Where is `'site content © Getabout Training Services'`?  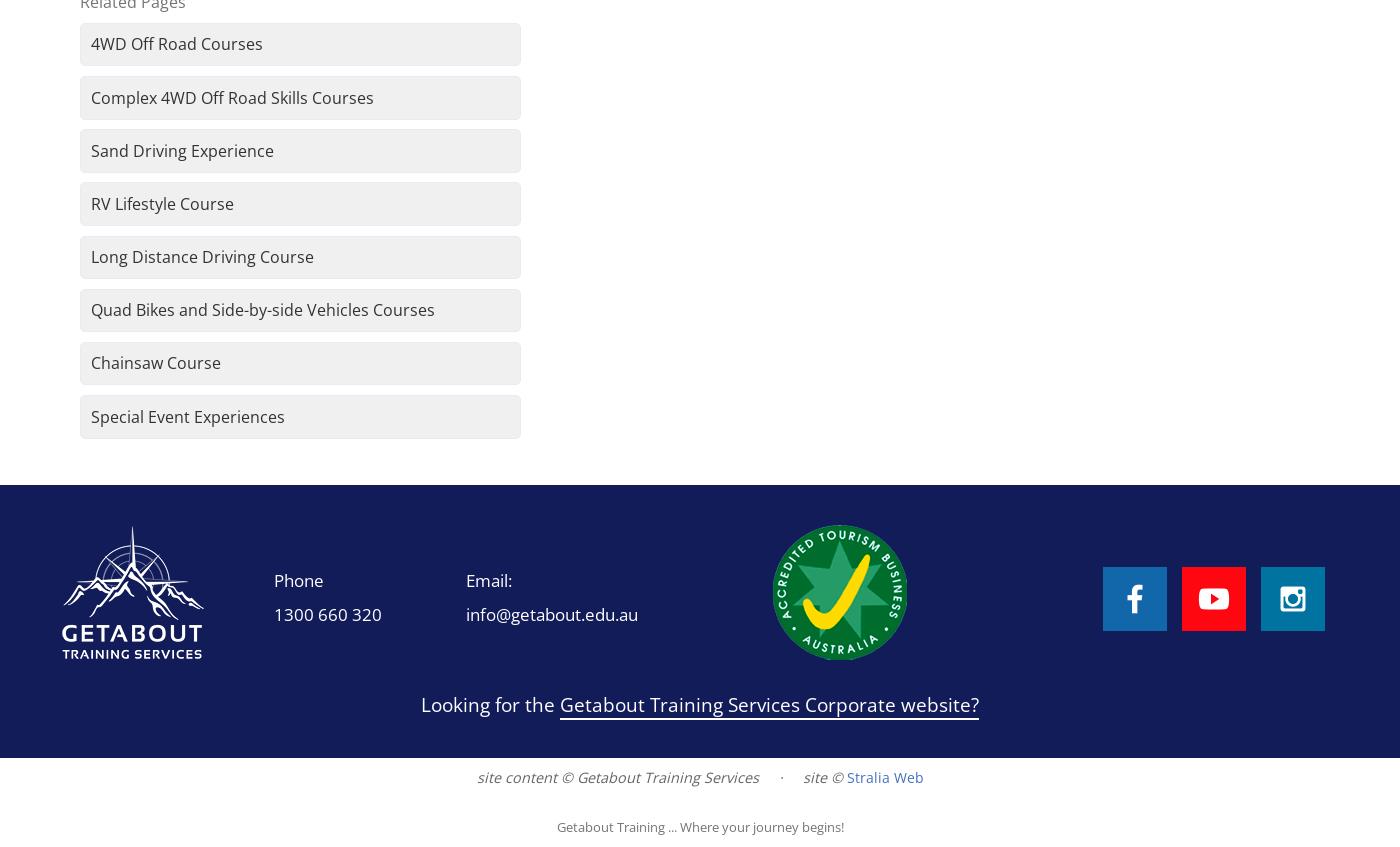 'site content © Getabout Training Services' is located at coordinates (476, 776).